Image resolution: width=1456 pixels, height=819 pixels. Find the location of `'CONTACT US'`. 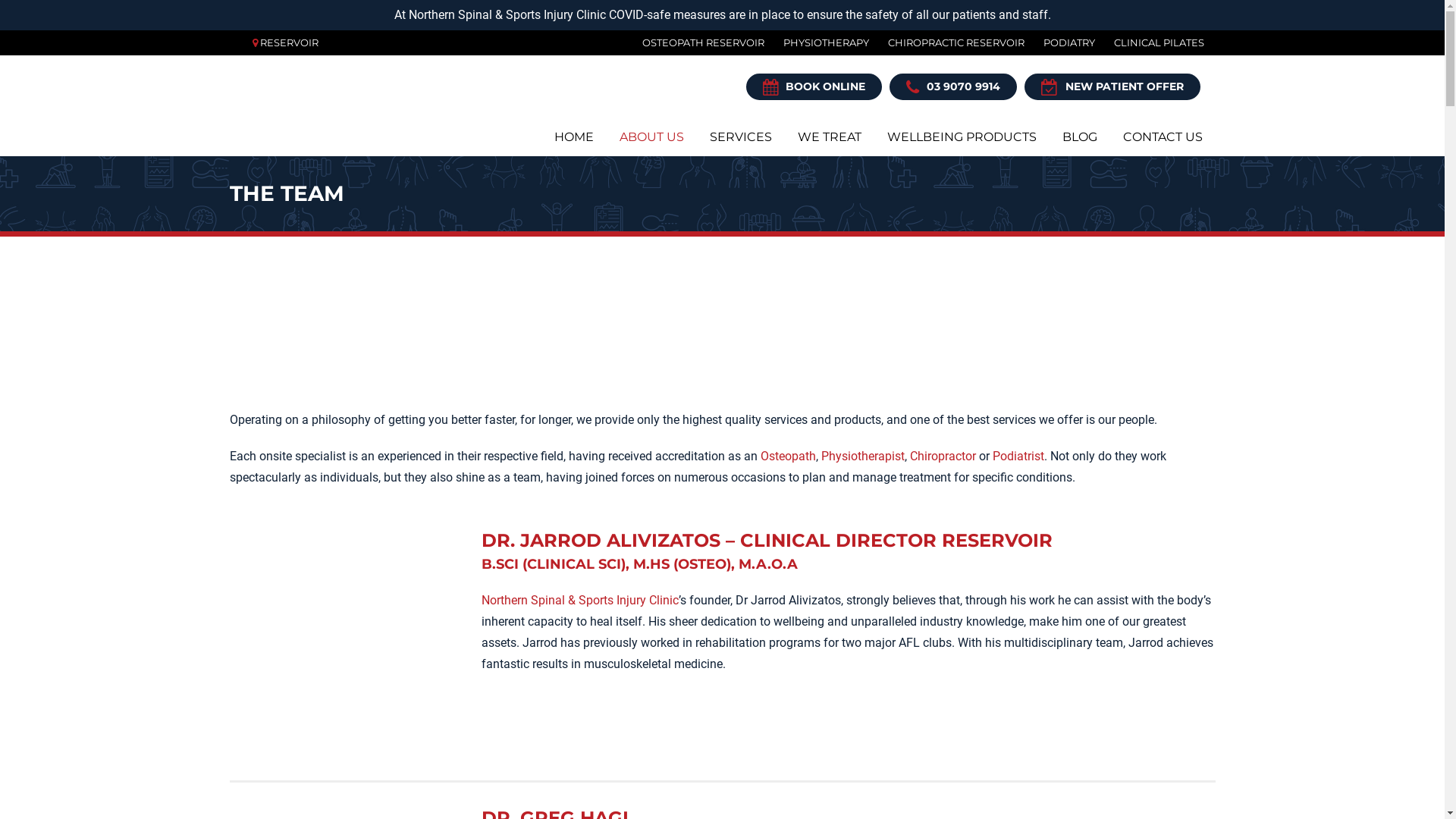

'CONTACT US' is located at coordinates (1162, 137).